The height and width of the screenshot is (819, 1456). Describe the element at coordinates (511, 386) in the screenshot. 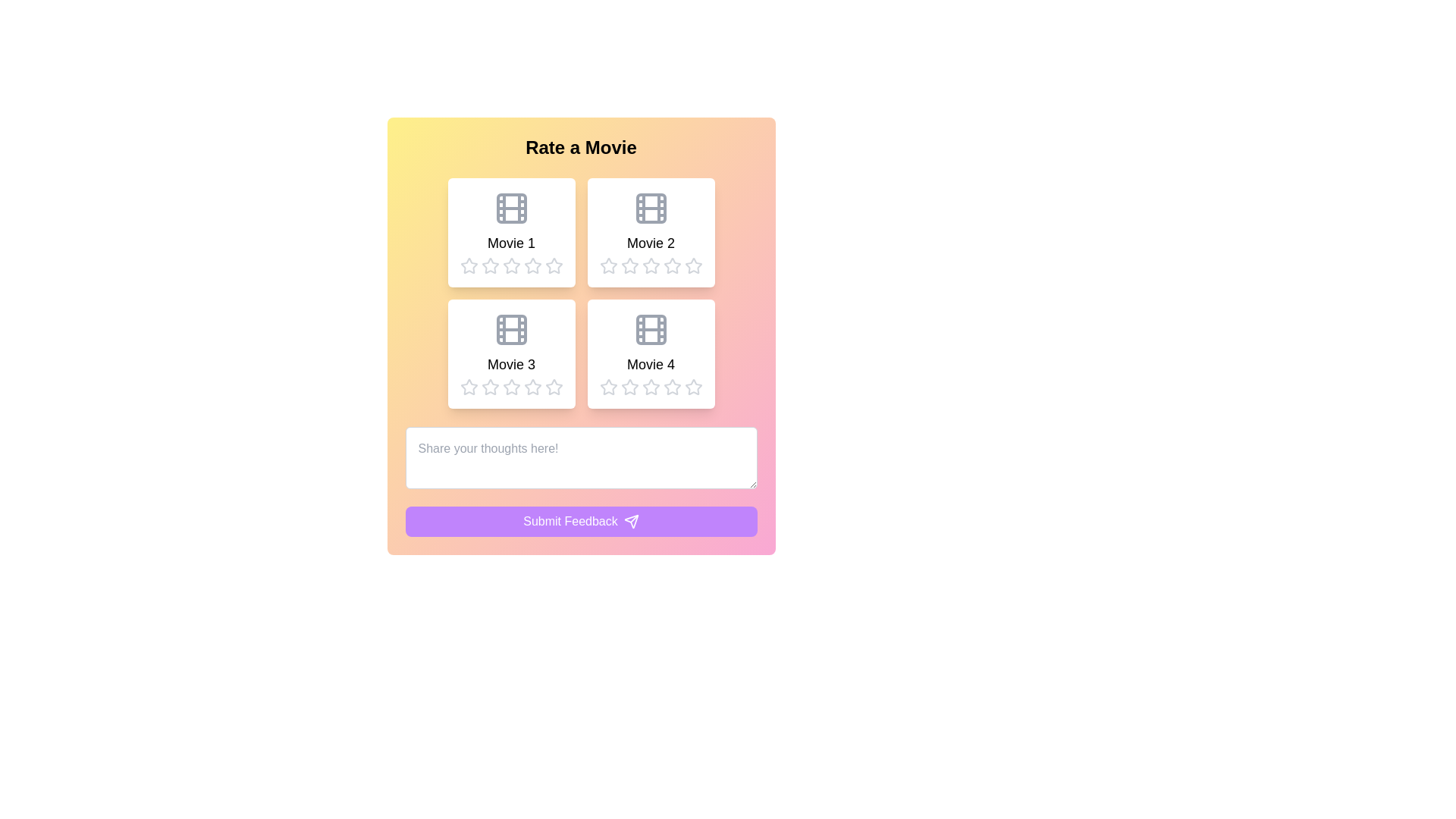

I see `the third star icon in the rating system under the 'Movie 3' section, which is styled with a hollow design and gentle shading` at that location.